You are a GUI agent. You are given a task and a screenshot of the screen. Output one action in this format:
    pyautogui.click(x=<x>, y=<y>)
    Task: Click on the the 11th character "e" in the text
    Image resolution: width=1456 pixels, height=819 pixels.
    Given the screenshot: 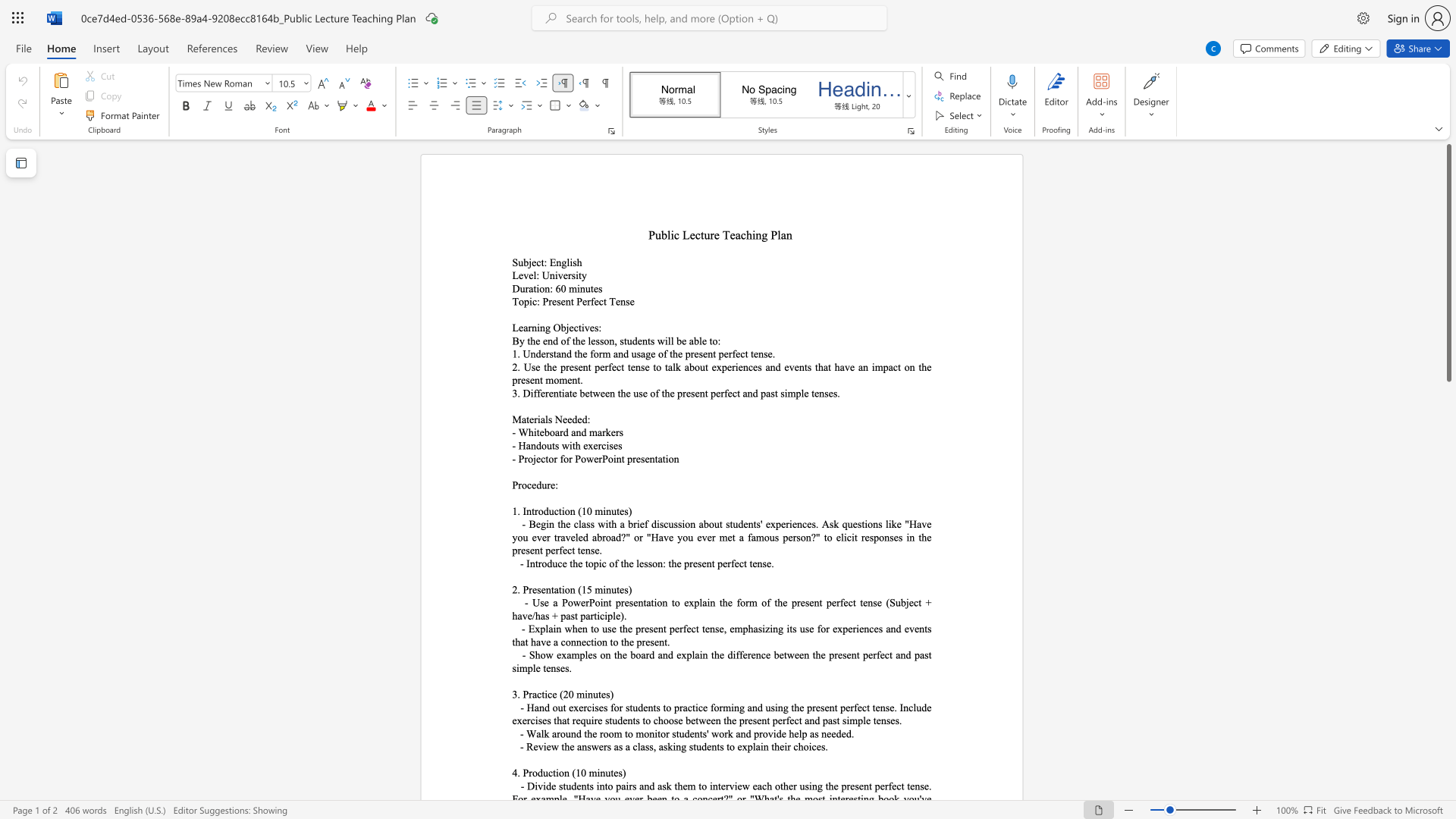 What is the action you would take?
    pyautogui.click(x=696, y=392)
    